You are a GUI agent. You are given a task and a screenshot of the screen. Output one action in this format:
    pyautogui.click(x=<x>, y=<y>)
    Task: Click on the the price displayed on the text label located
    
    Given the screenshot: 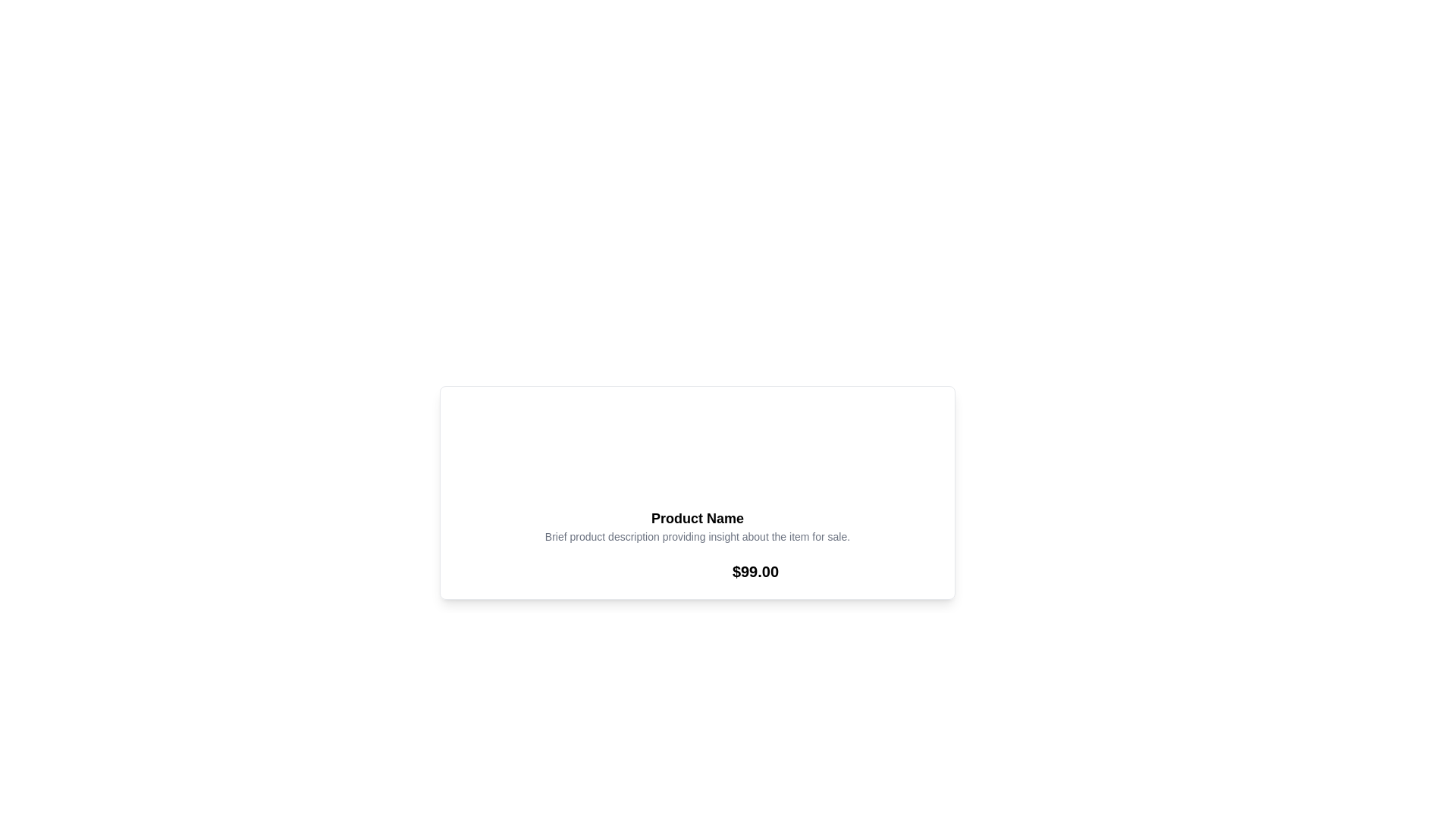 What is the action you would take?
    pyautogui.click(x=755, y=571)
    